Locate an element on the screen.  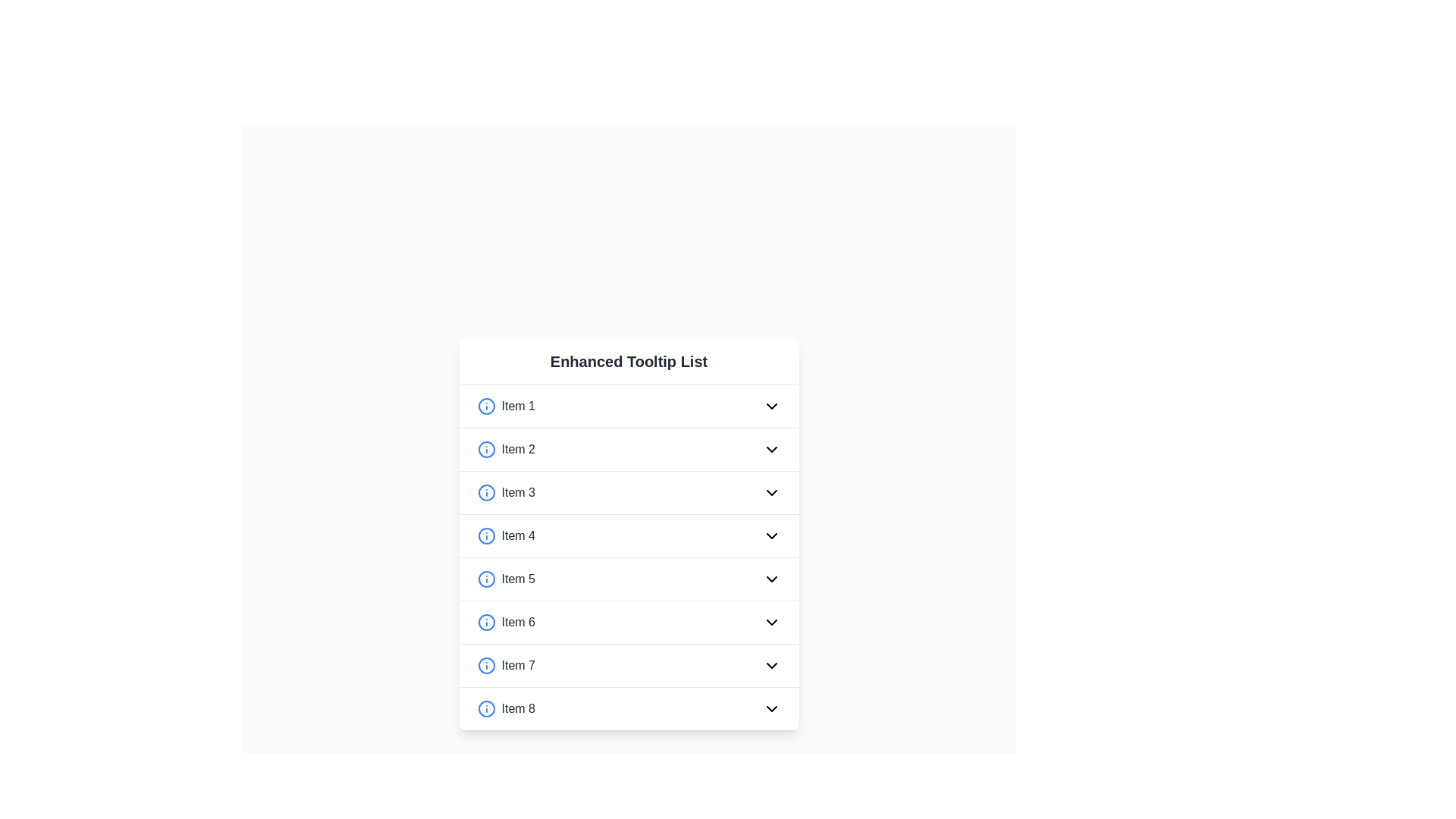
the seventh item in the 'Enhanced Tooltip List', which is identified by the Text Label positioned below 'Item 6' and above 'Item 8' is located at coordinates (518, 665).